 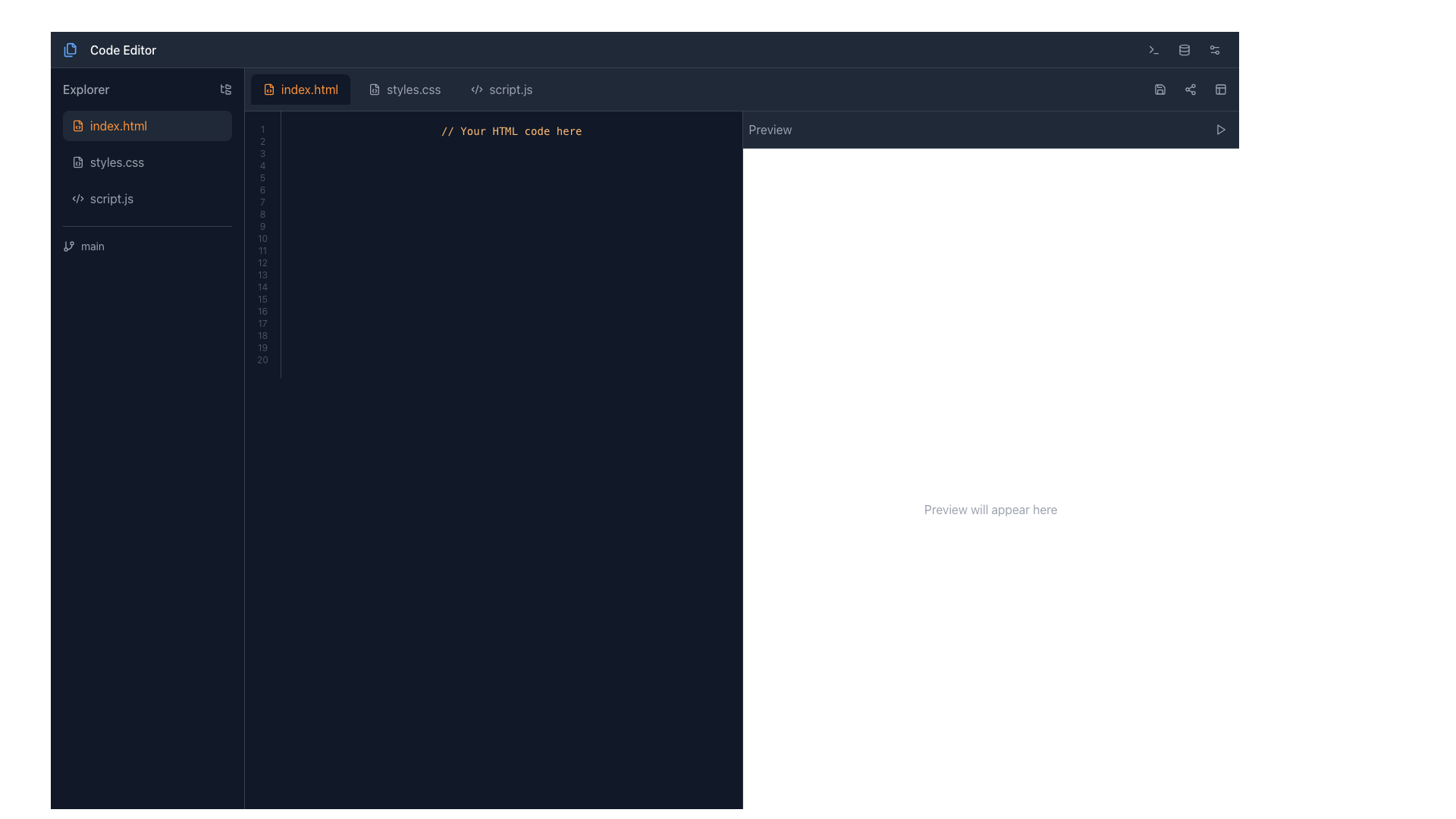 What do you see at coordinates (413, 89) in the screenshot?
I see `the 'styles.css' tab in the navigation bar` at bounding box center [413, 89].